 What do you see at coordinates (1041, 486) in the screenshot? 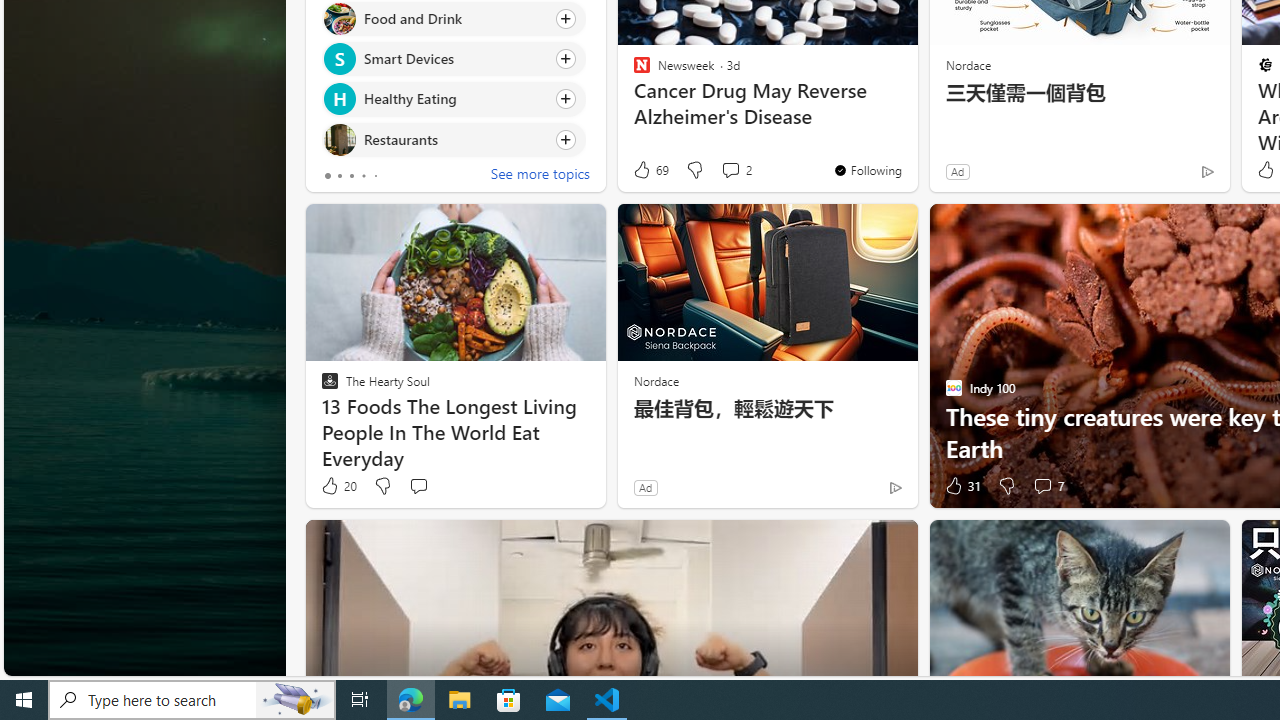
I see `'View comments 7 Comment'` at bounding box center [1041, 486].